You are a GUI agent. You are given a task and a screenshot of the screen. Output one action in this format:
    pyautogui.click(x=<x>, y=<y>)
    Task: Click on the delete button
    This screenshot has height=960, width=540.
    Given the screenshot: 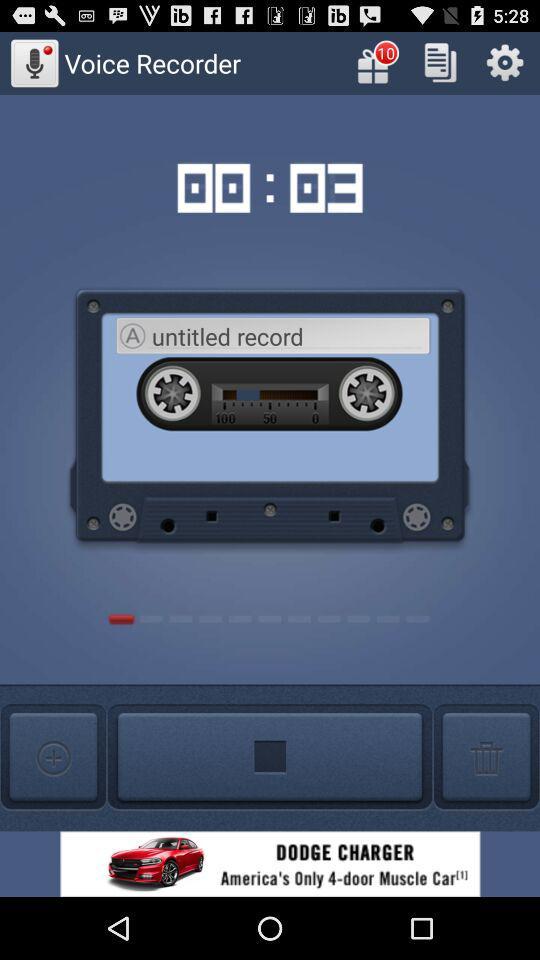 What is the action you would take?
    pyautogui.click(x=485, y=756)
    